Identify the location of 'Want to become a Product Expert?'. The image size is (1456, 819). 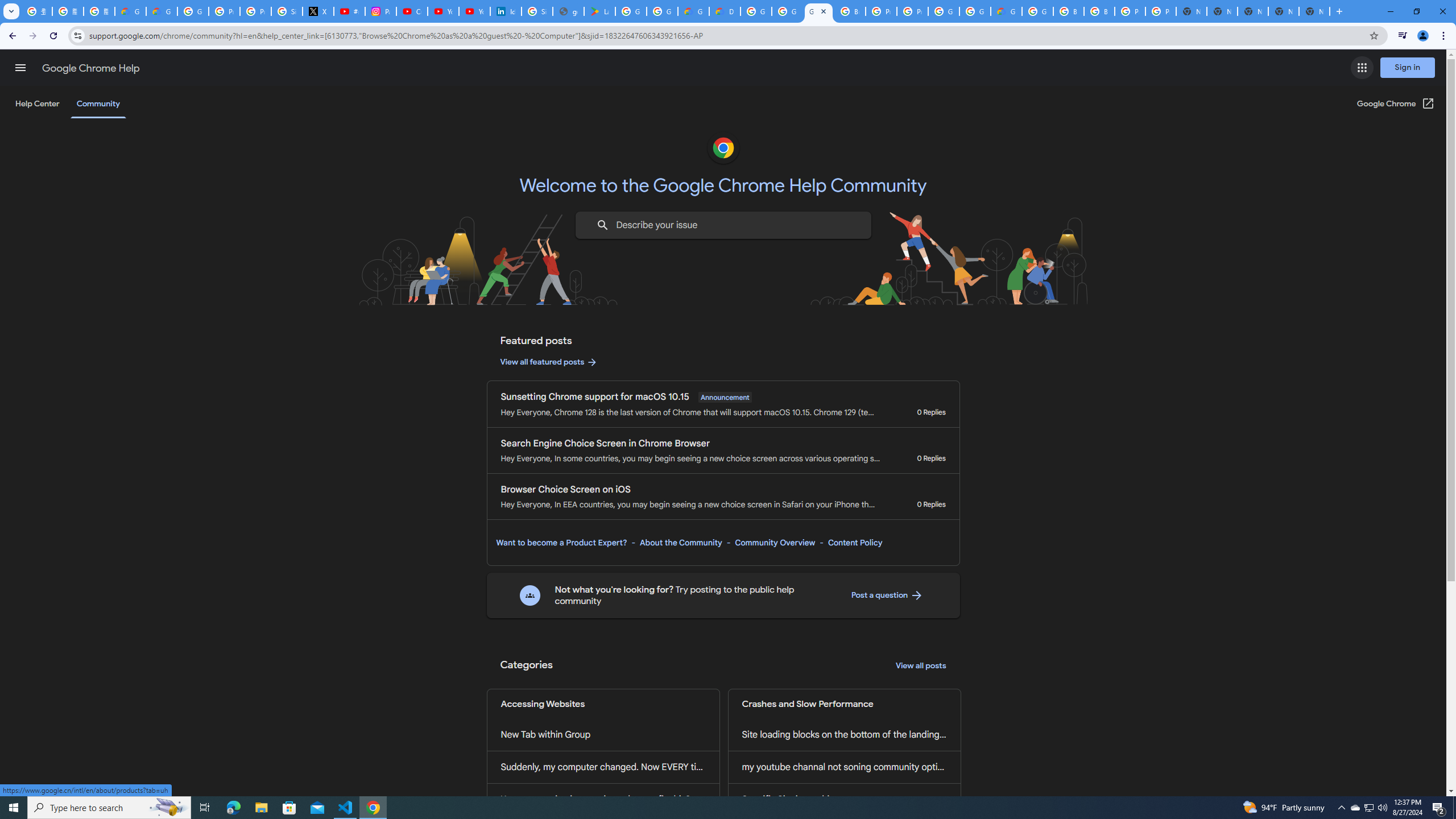
(561, 542).